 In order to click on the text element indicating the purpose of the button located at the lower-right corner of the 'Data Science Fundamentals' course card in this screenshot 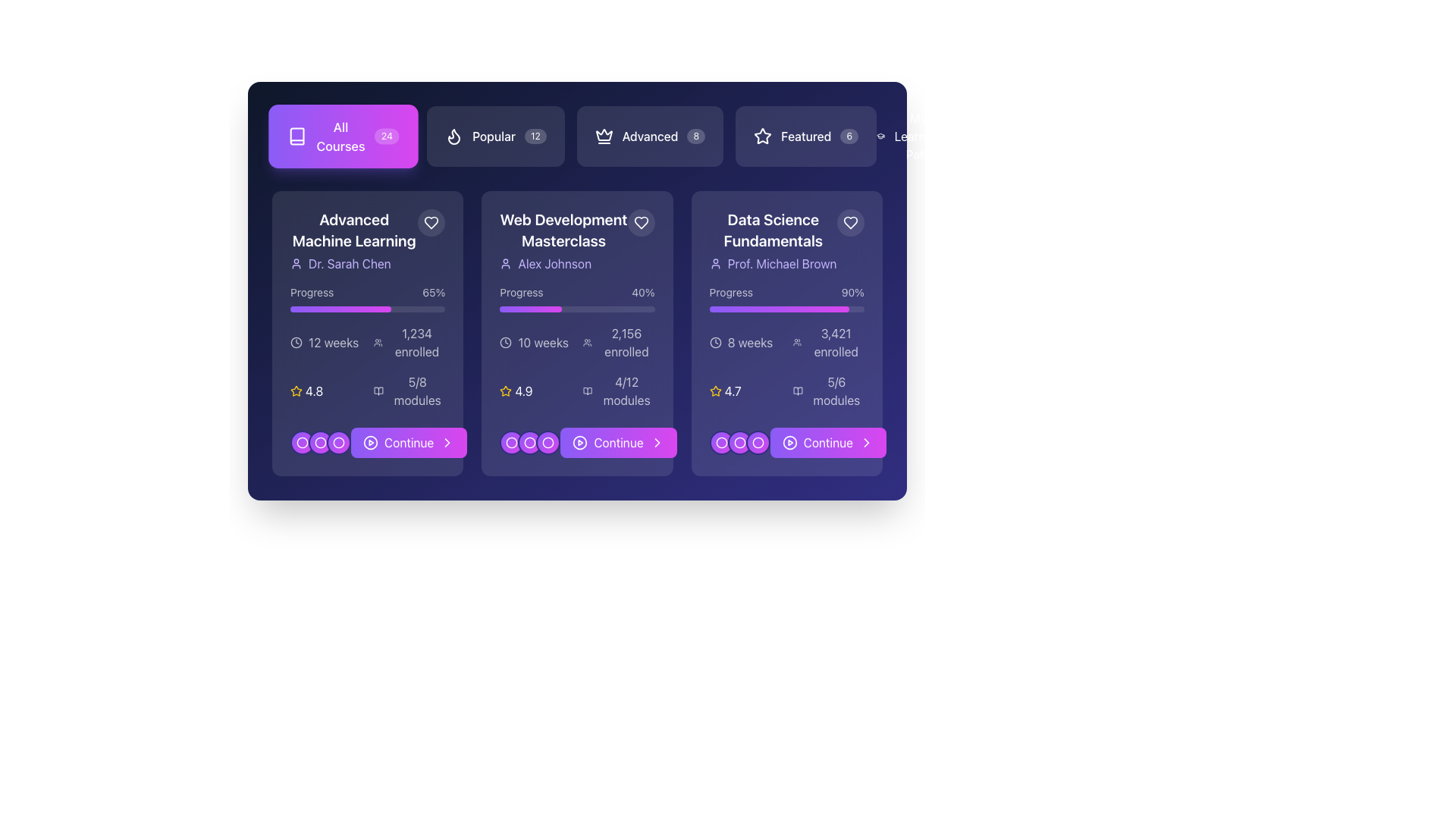, I will do `click(827, 442)`.